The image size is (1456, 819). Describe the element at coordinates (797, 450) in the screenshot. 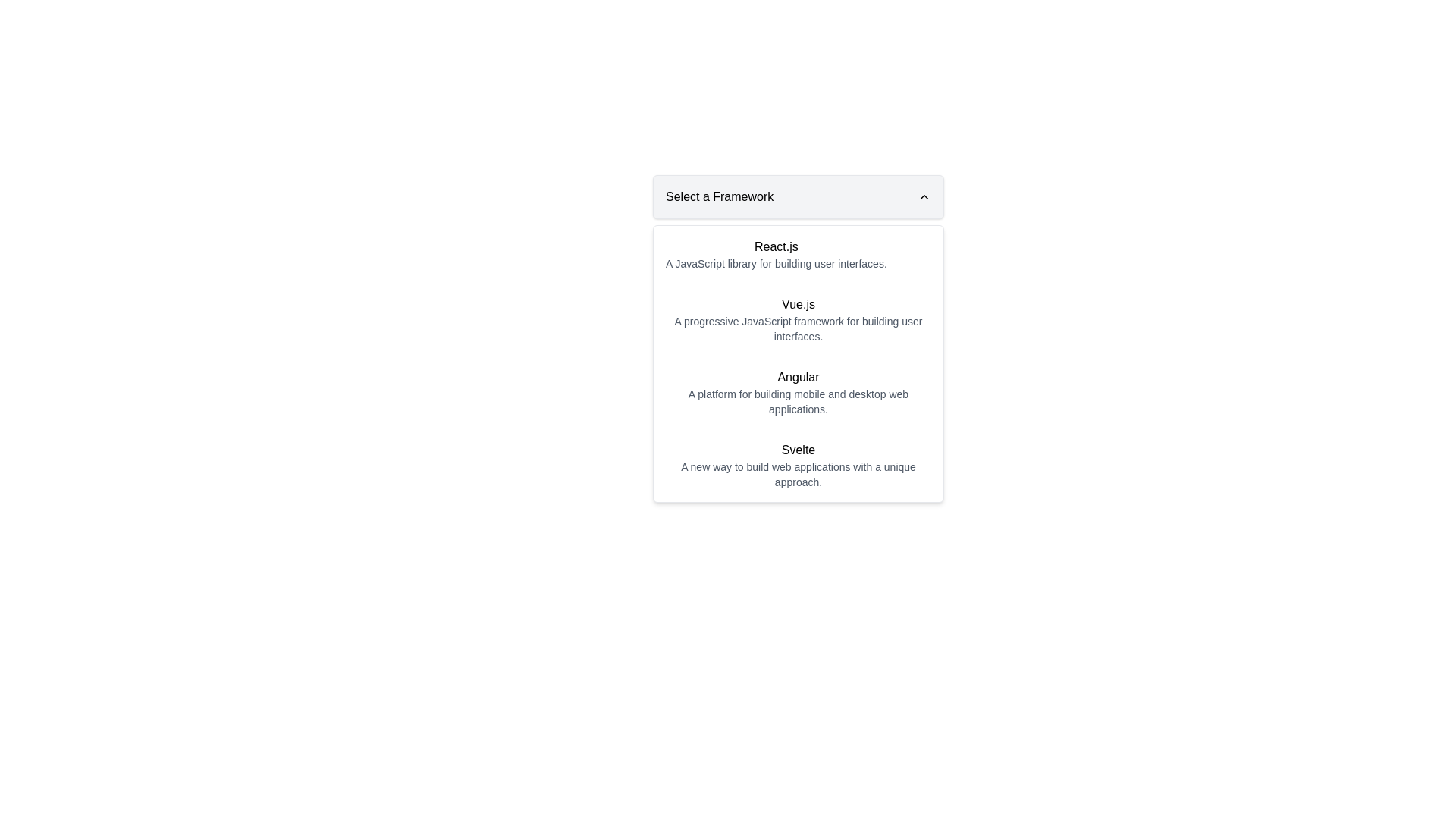

I see `the 'Svelte' text label located in the lower portion of the dropdown menu` at that location.